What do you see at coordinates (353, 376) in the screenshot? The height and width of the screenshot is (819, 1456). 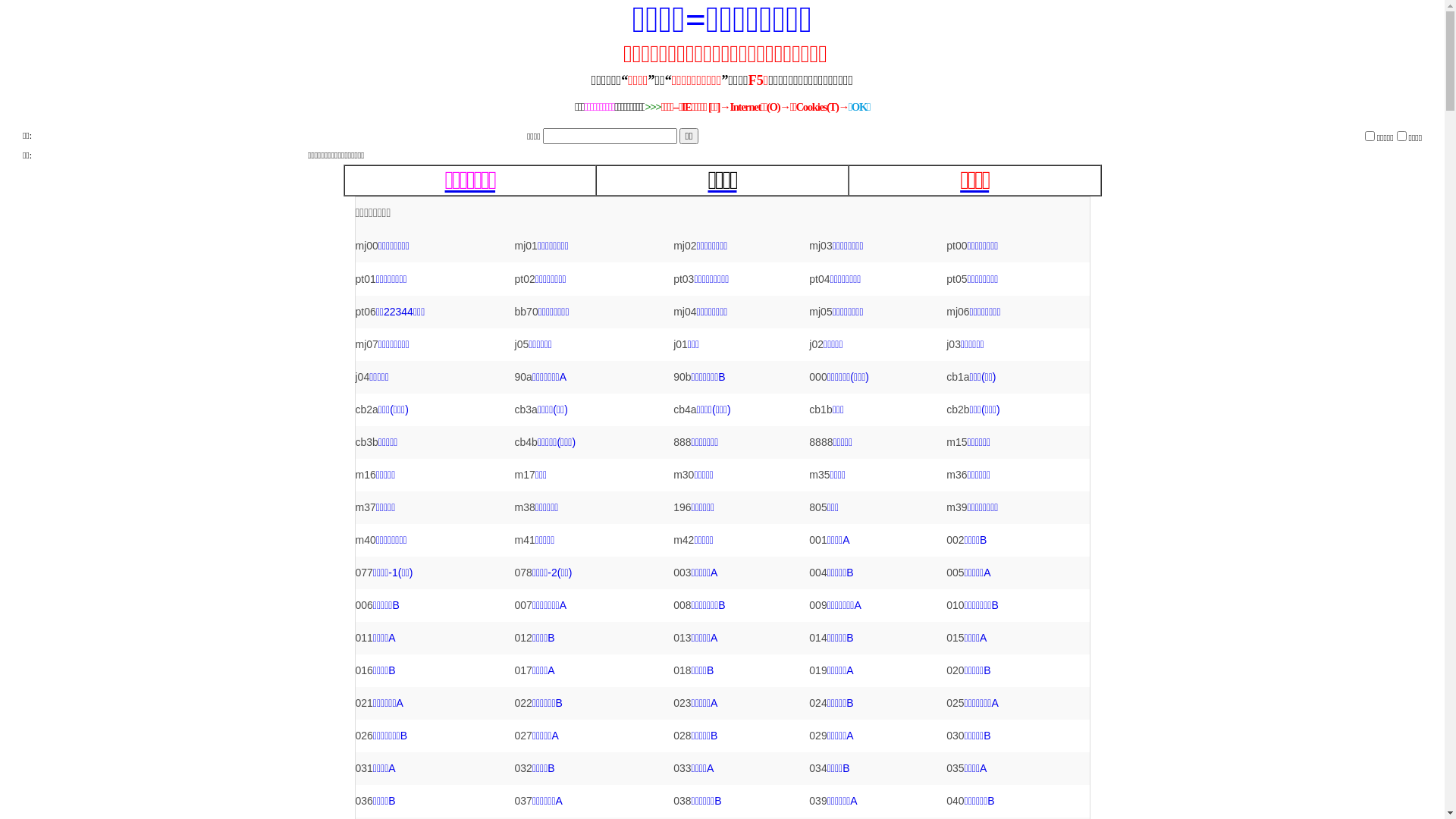 I see `'j04'` at bounding box center [353, 376].